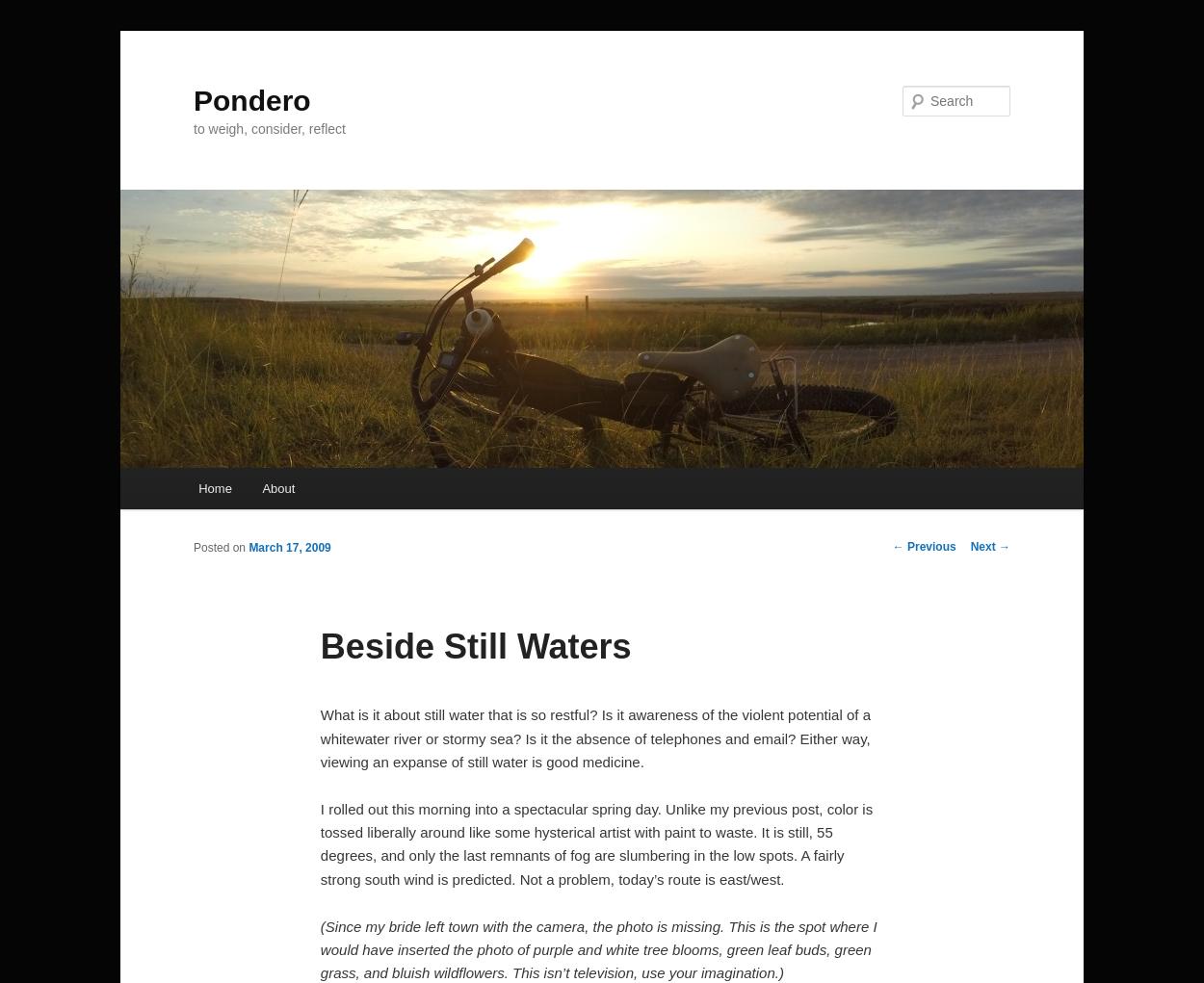 The image size is (1204, 983). Describe the element at coordinates (595, 842) in the screenshot. I see `'I rolled out this morning into a spectacular spring day.  Unlike my previous post, color is tossed liberally around like some hysterical artist with paint to waste.  It is still, 55 degrees, and only the last remnants of fog are slumbering in the low spots.  A fairly strong south wind is predicted.  Not a problem, today’s route is east/west.'` at that location.